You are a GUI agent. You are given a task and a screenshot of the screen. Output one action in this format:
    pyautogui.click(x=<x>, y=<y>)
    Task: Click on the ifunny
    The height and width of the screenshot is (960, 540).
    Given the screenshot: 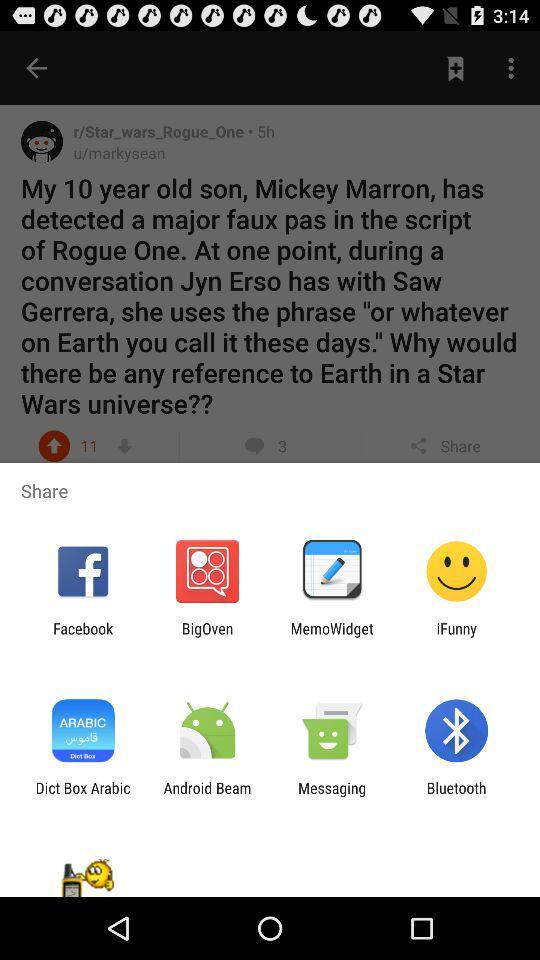 What is the action you would take?
    pyautogui.click(x=456, y=636)
    